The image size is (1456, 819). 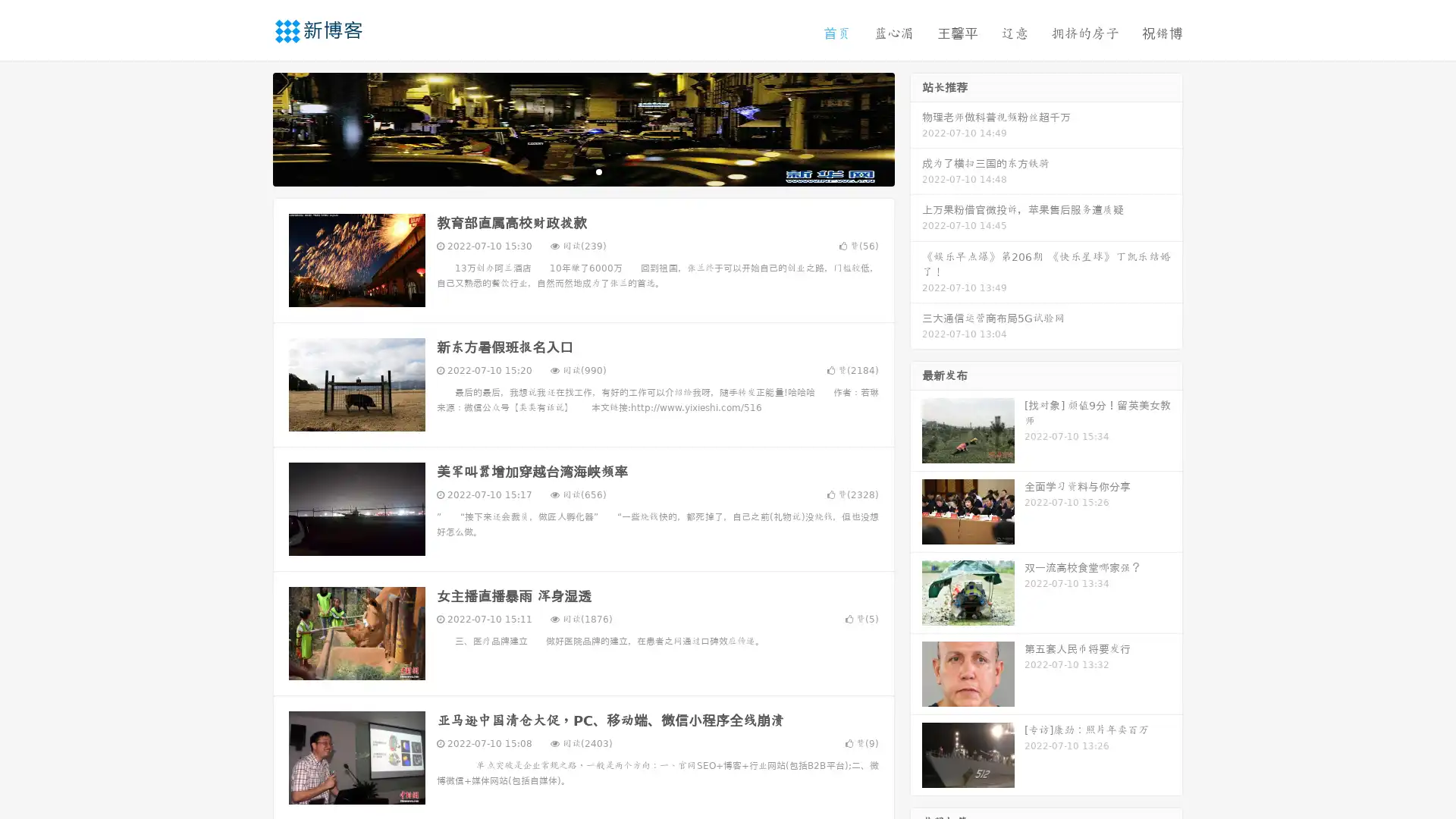 What do you see at coordinates (598, 171) in the screenshot?
I see `Go to slide 3` at bounding box center [598, 171].